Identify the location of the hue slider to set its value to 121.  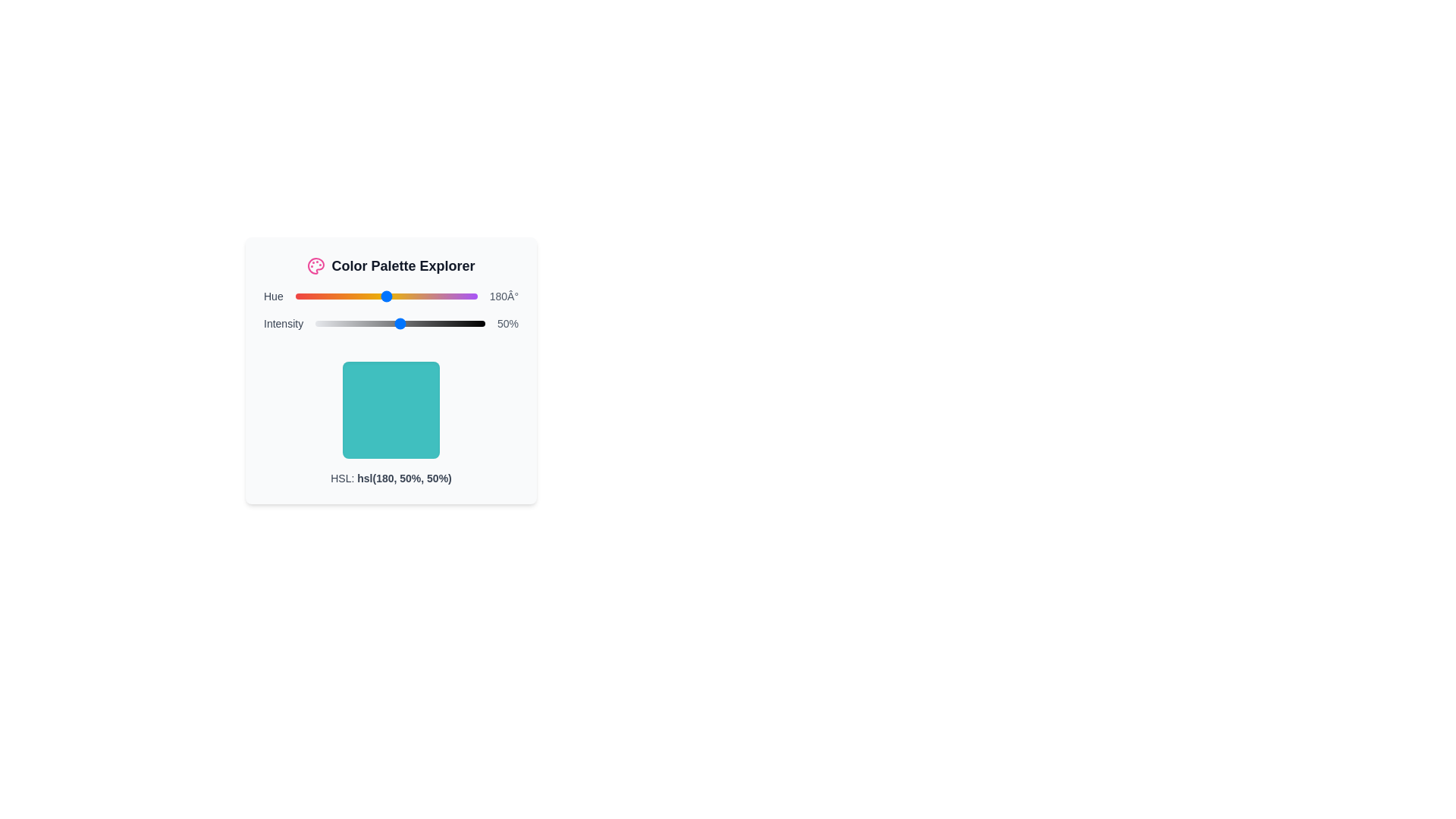
(356, 296).